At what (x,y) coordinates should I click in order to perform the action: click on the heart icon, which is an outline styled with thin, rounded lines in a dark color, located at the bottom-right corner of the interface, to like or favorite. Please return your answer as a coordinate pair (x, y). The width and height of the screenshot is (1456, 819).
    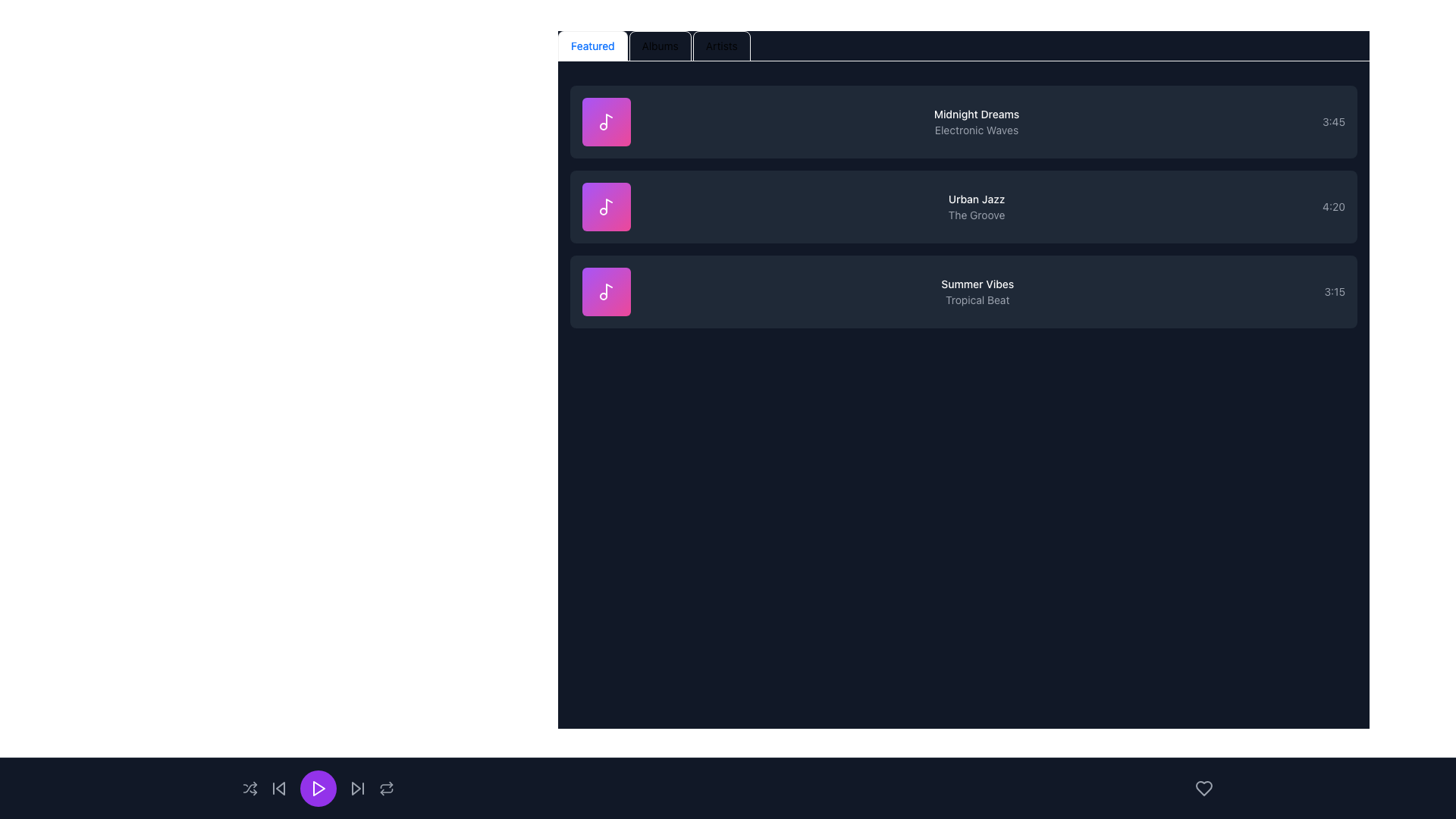
    Looking at the image, I should click on (1203, 788).